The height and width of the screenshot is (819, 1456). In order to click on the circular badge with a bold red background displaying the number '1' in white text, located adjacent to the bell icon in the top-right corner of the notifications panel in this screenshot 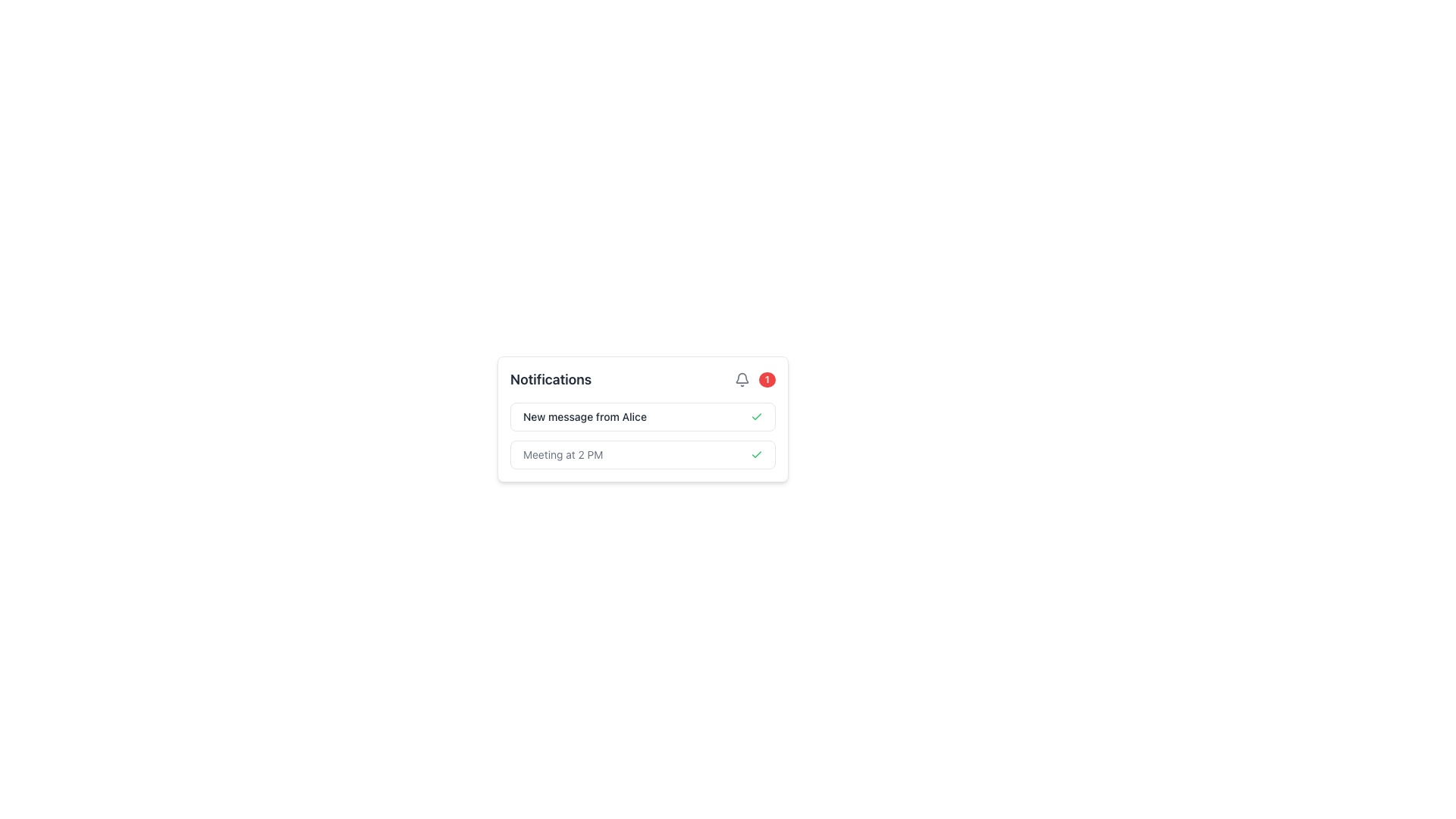, I will do `click(767, 379)`.